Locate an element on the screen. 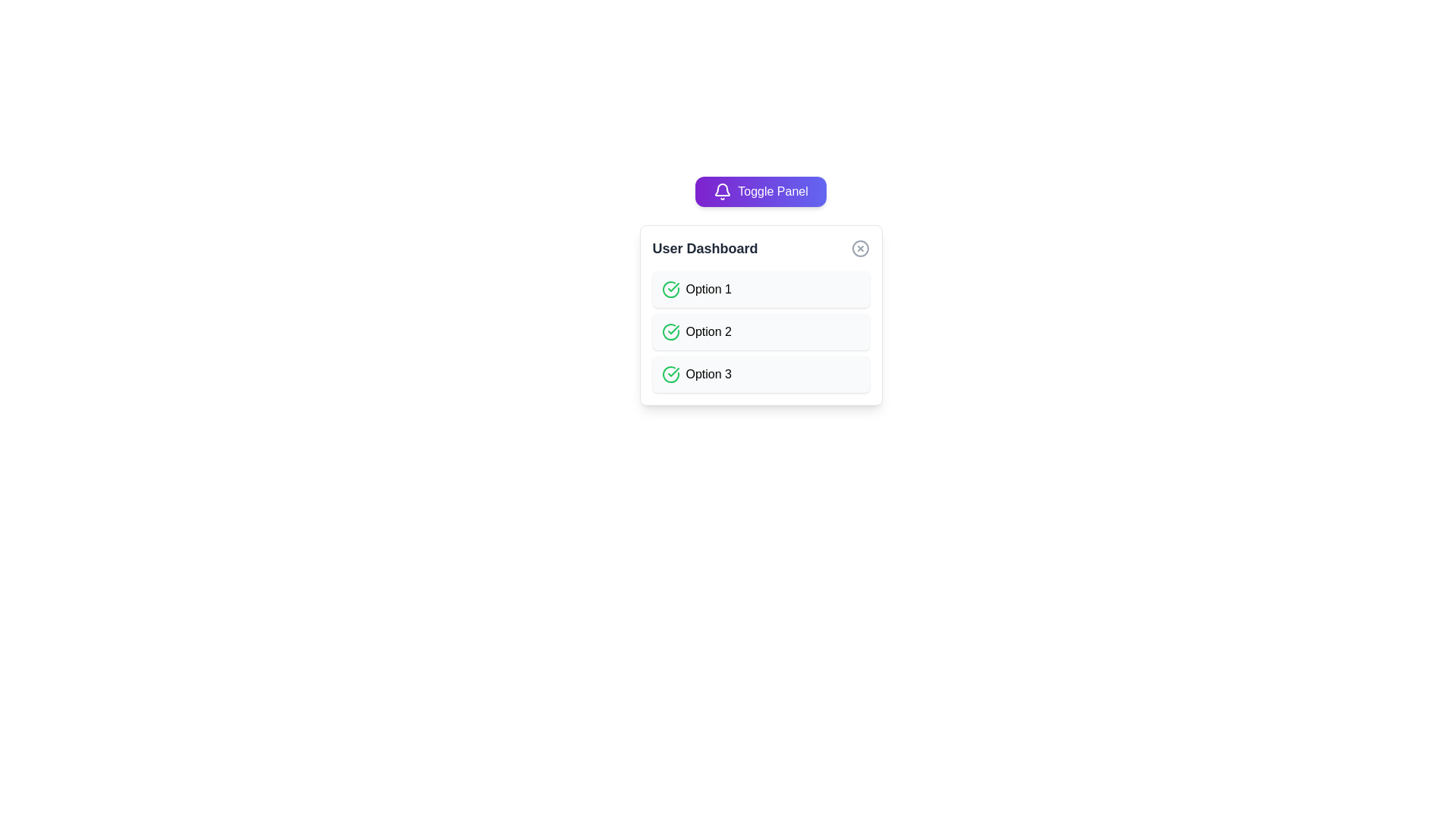  the Text Label that serves as the title or heading for the card layout, located in the top-left corner of the card, to the left of the interactive close button styled as an 'X' icon is located at coordinates (704, 247).